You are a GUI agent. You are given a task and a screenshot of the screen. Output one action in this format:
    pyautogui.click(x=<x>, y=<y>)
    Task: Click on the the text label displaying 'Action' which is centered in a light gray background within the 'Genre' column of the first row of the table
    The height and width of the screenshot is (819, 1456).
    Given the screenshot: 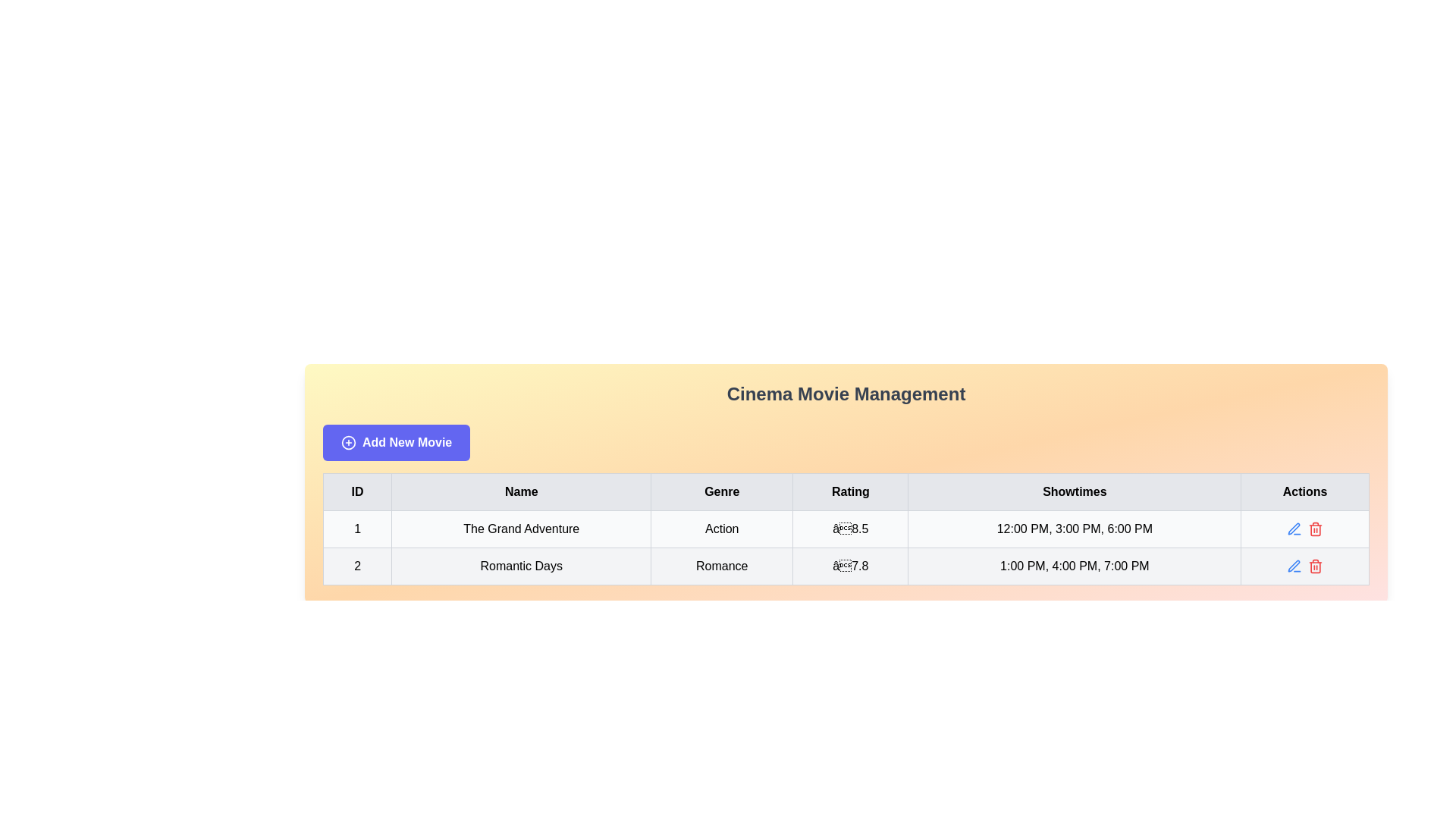 What is the action you would take?
    pyautogui.click(x=721, y=529)
    